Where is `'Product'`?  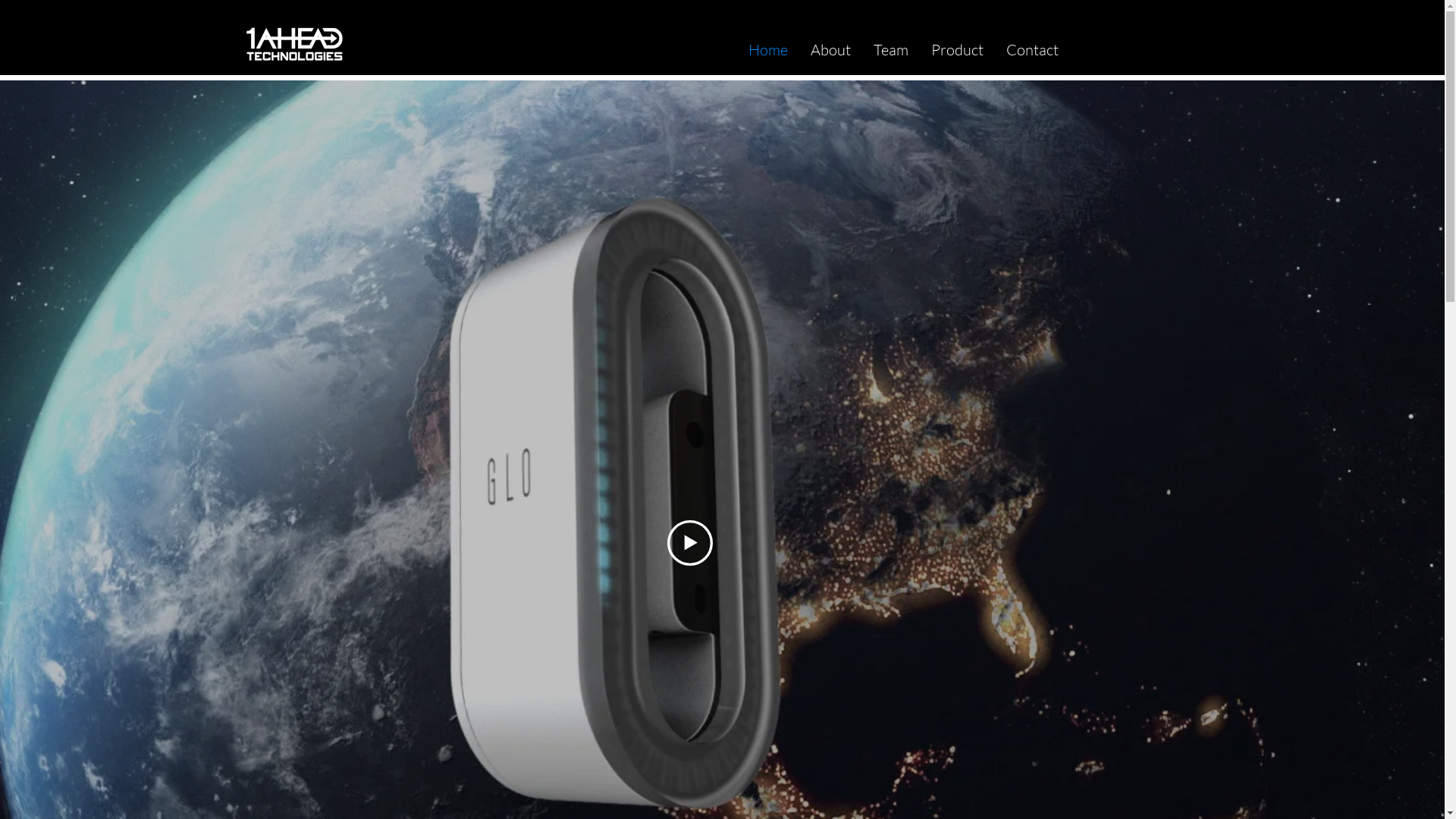
'Product' is located at coordinates (956, 49).